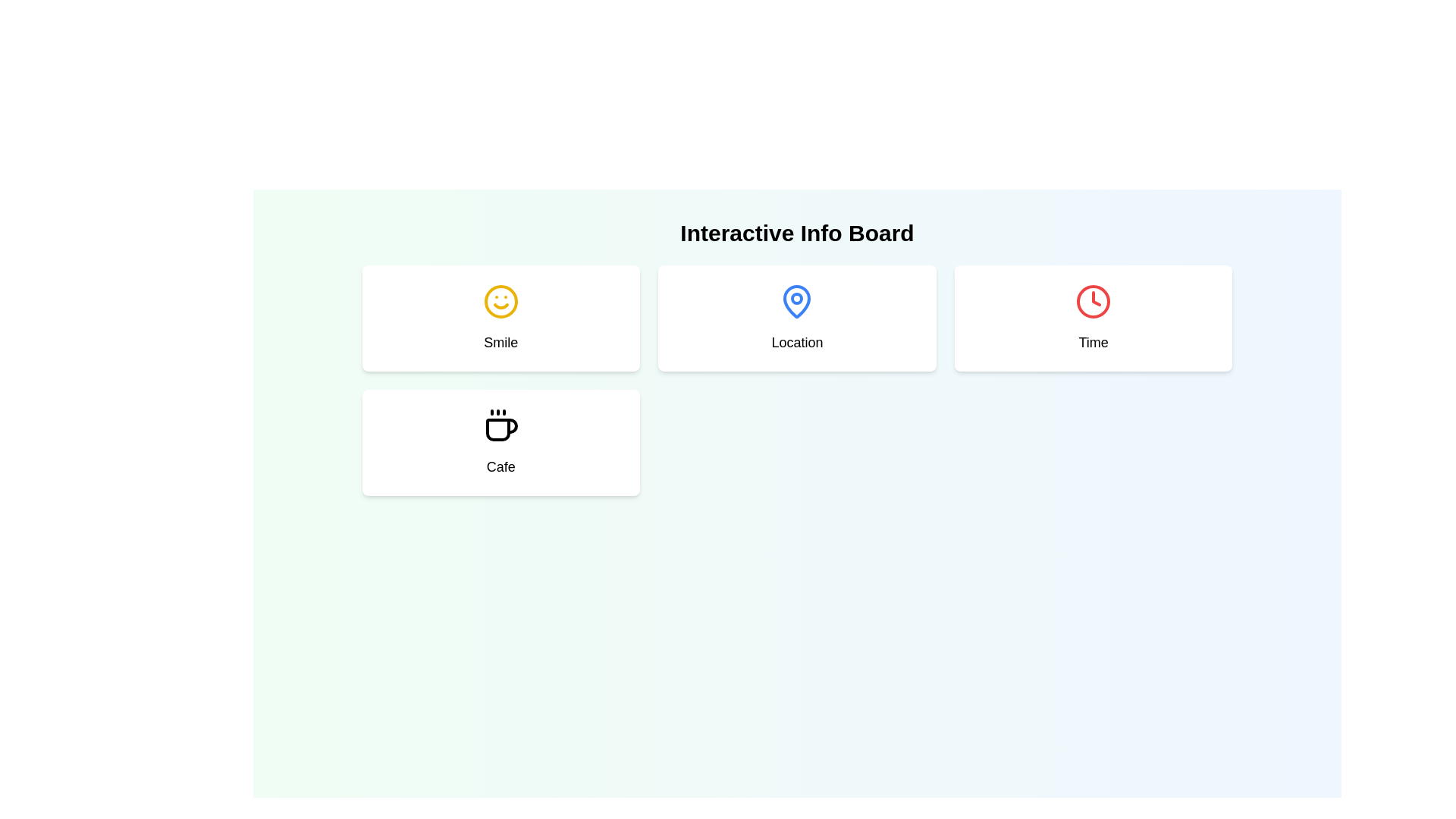 This screenshot has width=1456, height=819. What do you see at coordinates (500, 301) in the screenshot?
I see `the circular graphical element with a yellow stroke and a smiley face design located at the top-left of the grid layout` at bounding box center [500, 301].